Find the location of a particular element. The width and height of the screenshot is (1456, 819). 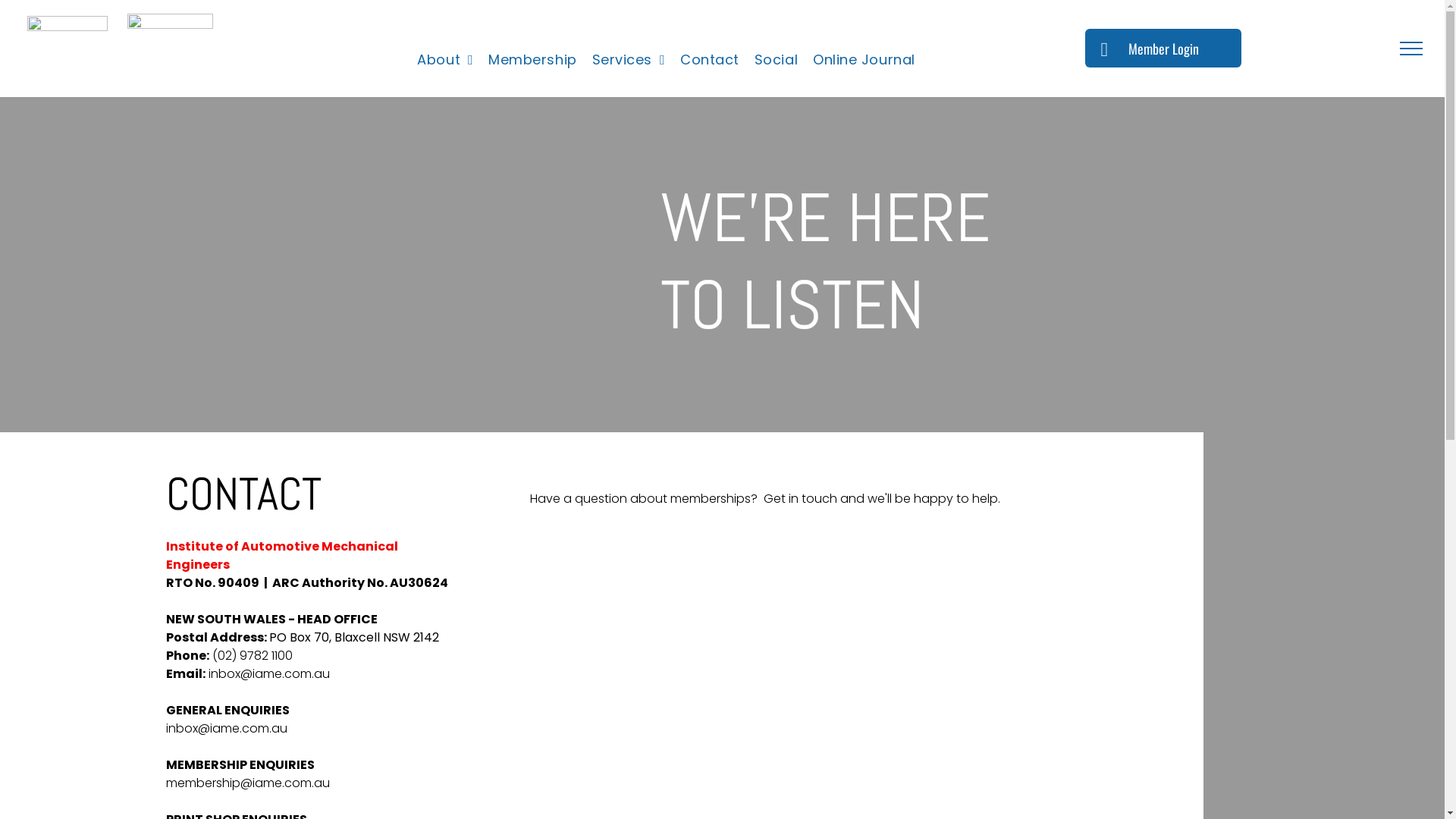

'Send' is located at coordinates (502, 761).